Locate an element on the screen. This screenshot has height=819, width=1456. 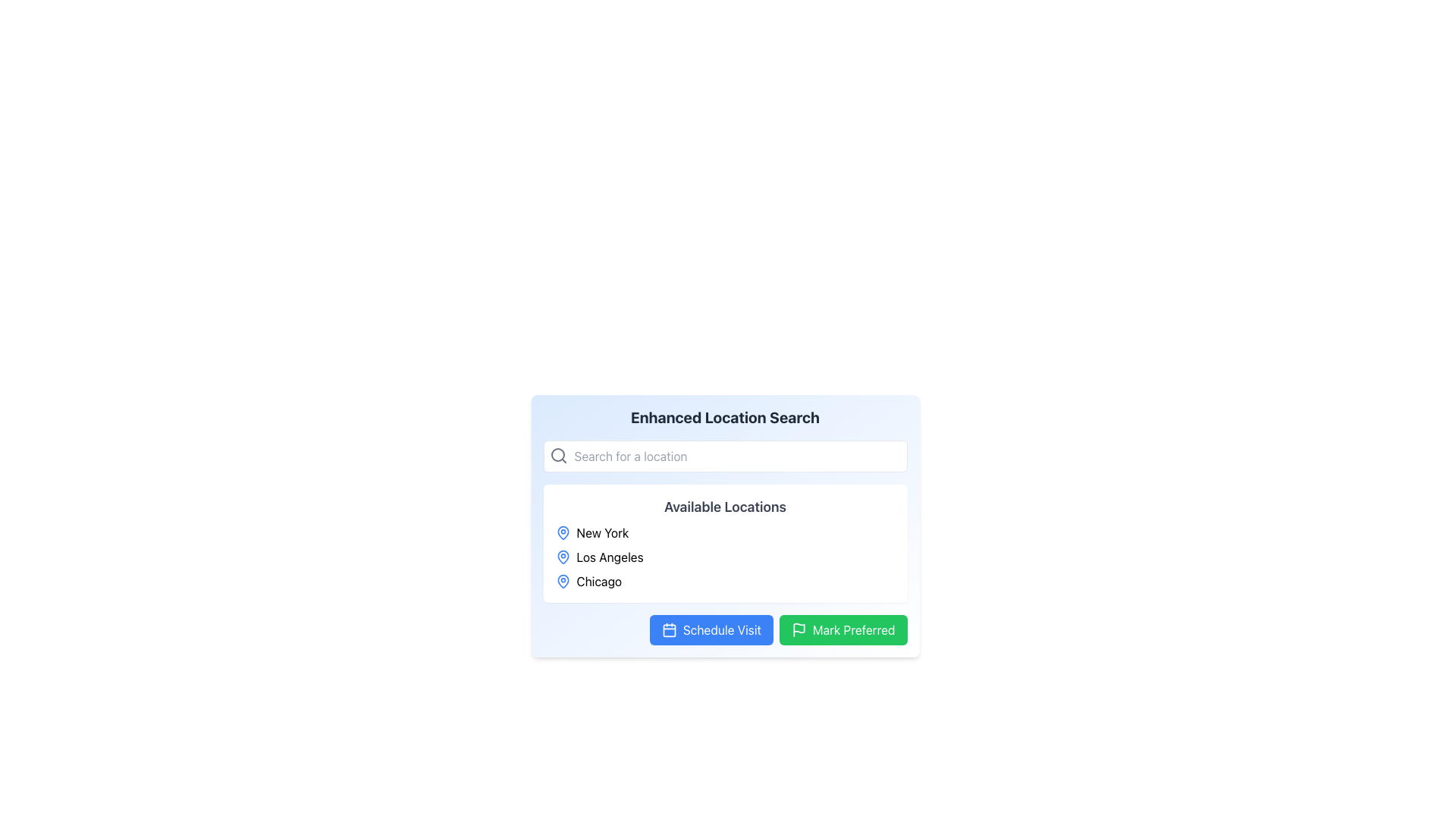
the blue downward-pointing pin icon representing 'Los Angeles' located in the 'Available Locations' section is located at coordinates (562, 557).